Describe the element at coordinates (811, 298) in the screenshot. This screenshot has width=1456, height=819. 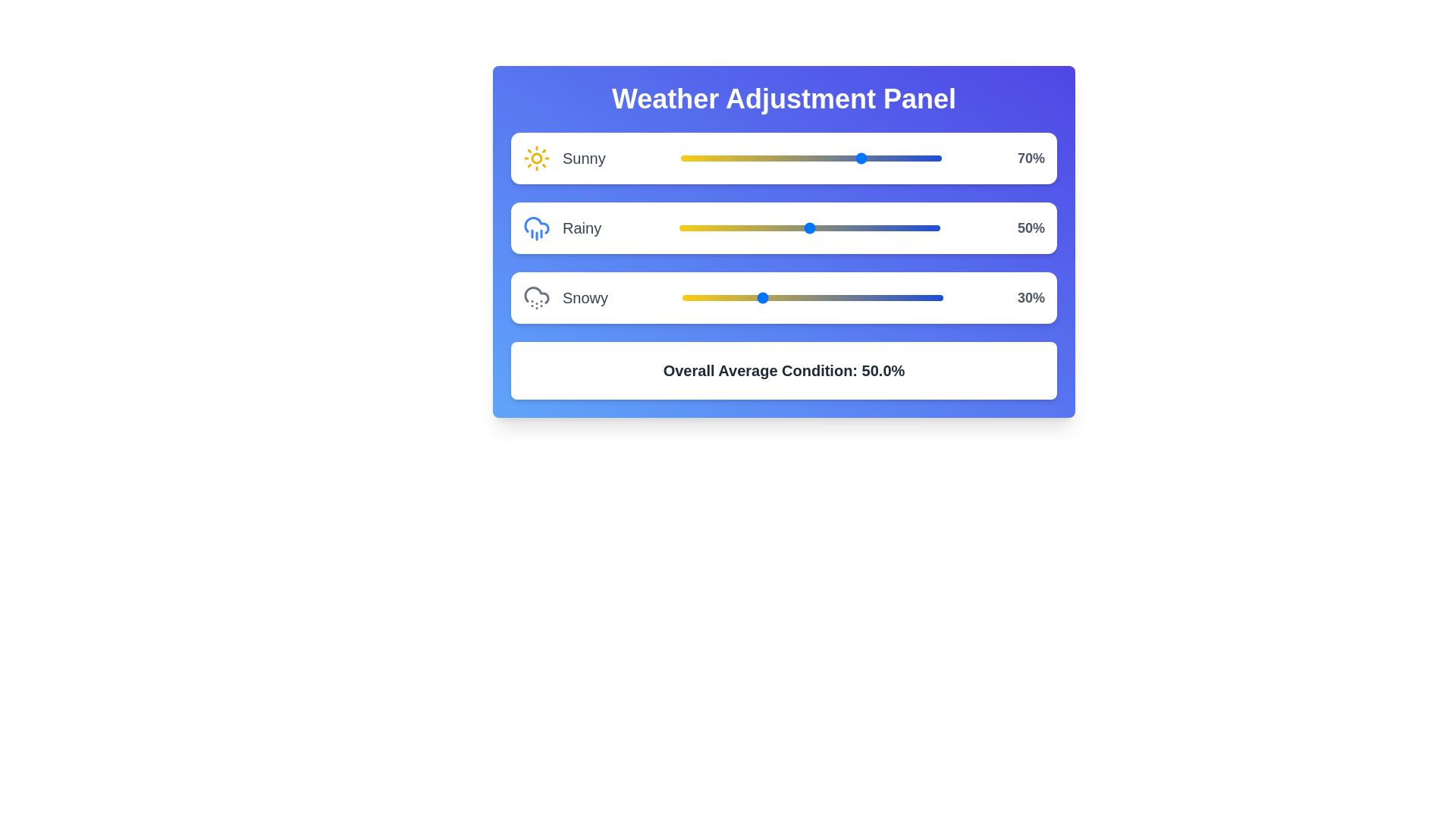
I see `the track of the horizontal input slider labeled 'Snowy' to move the knob, currently set at 30% of the maximum range` at that location.